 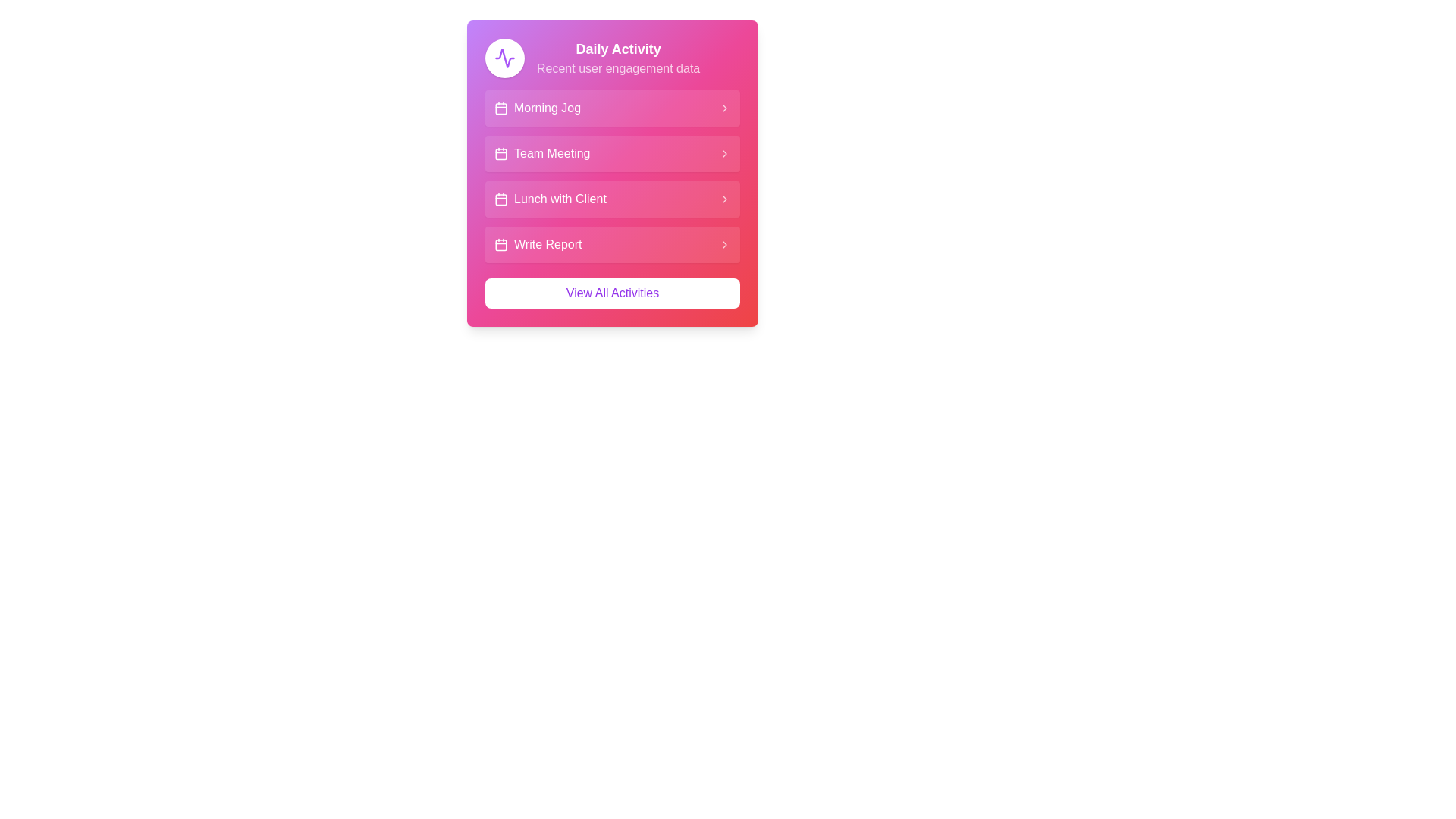 What do you see at coordinates (501, 154) in the screenshot?
I see `the calendar icon located in the second row of the 'Daily Activity' card widget, which visually represents scheduling information next to the 'Team Meeting' text` at bounding box center [501, 154].